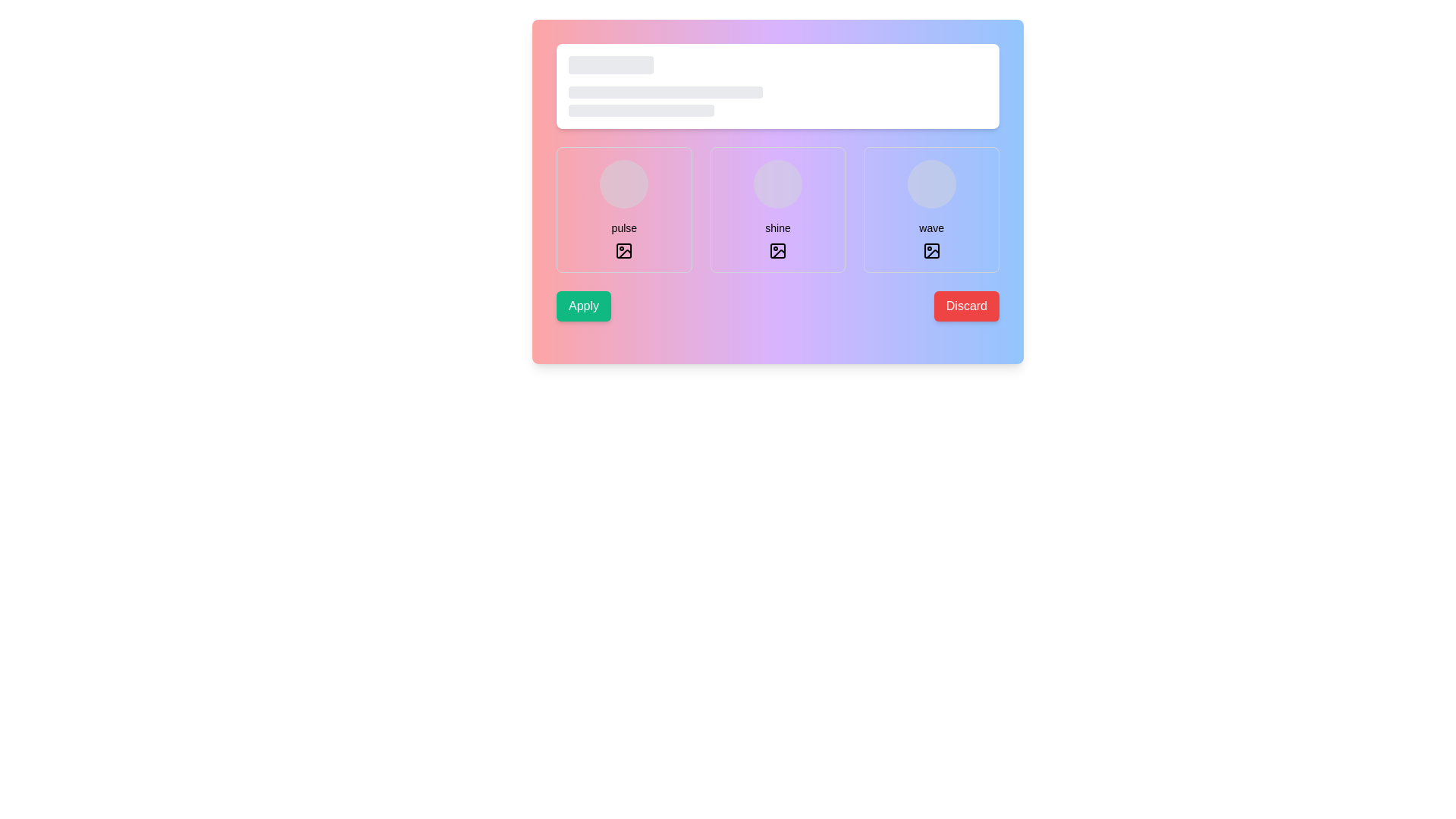 Image resolution: width=1456 pixels, height=819 pixels. What do you see at coordinates (624, 250) in the screenshot?
I see `the first SVG graphic representation depicting an image placeholder or preview, located under the heading 'pulse' in the first column` at bounding box center [624, 250].